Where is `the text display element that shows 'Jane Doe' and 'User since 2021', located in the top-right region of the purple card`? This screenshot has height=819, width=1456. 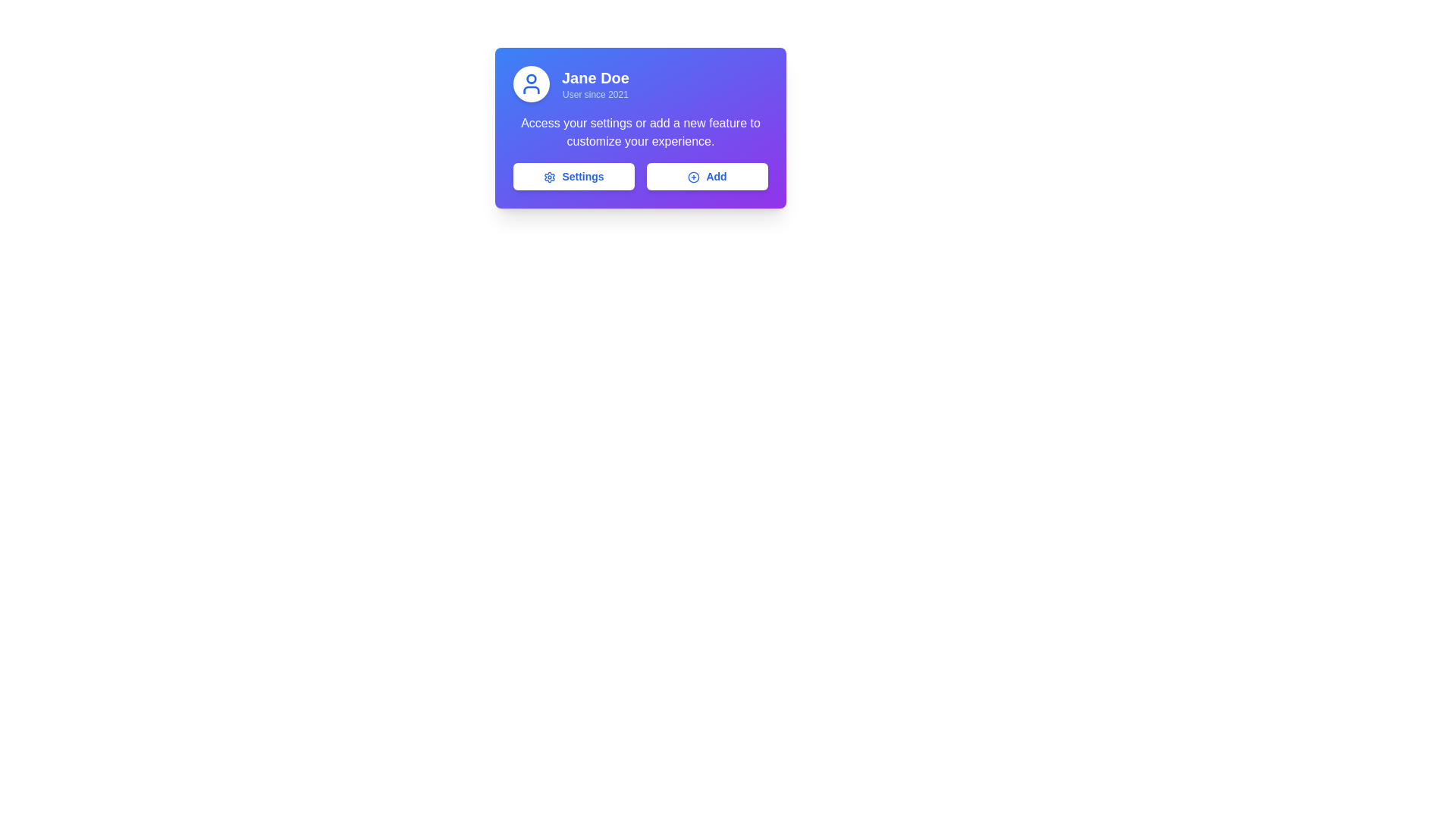
the text display element that shows 'Jane Doe' and 'User since 2021', located in the top-right region of the purple card is located at coordinates (595, 84).